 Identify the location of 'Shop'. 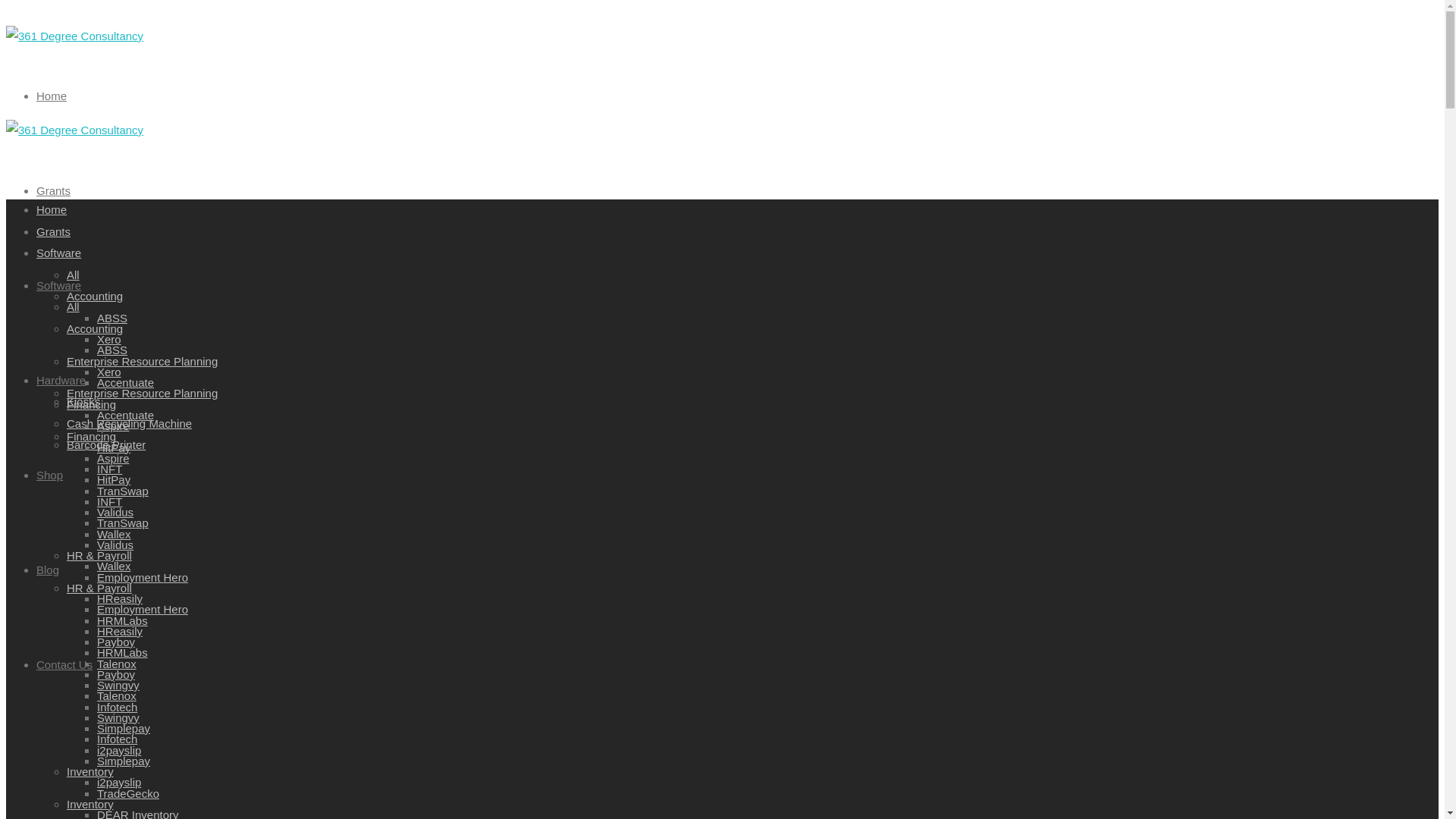
(49, 474).